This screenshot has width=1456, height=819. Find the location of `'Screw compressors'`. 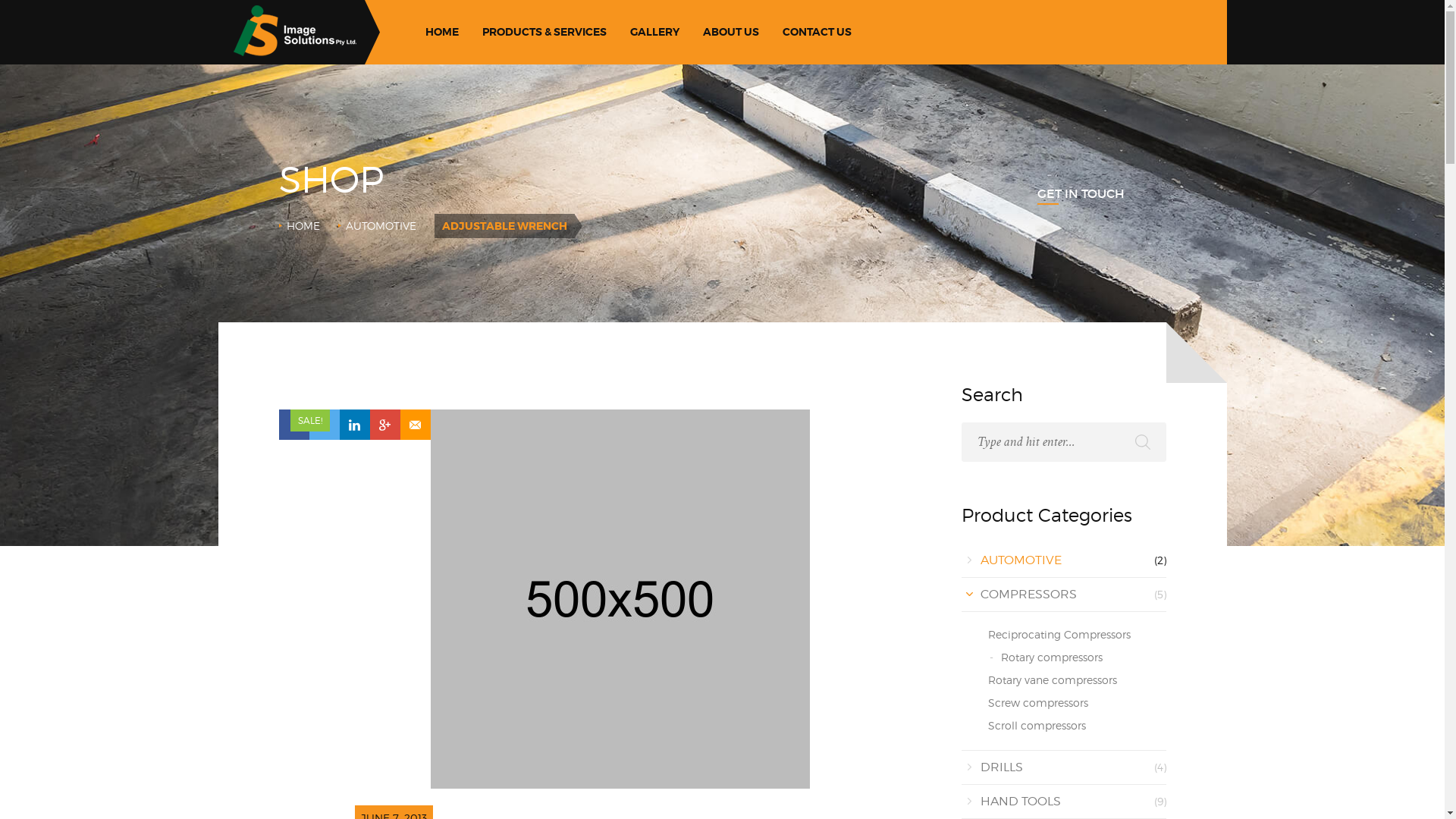

'Screw compressors' is located at coordinates (1037, 702).